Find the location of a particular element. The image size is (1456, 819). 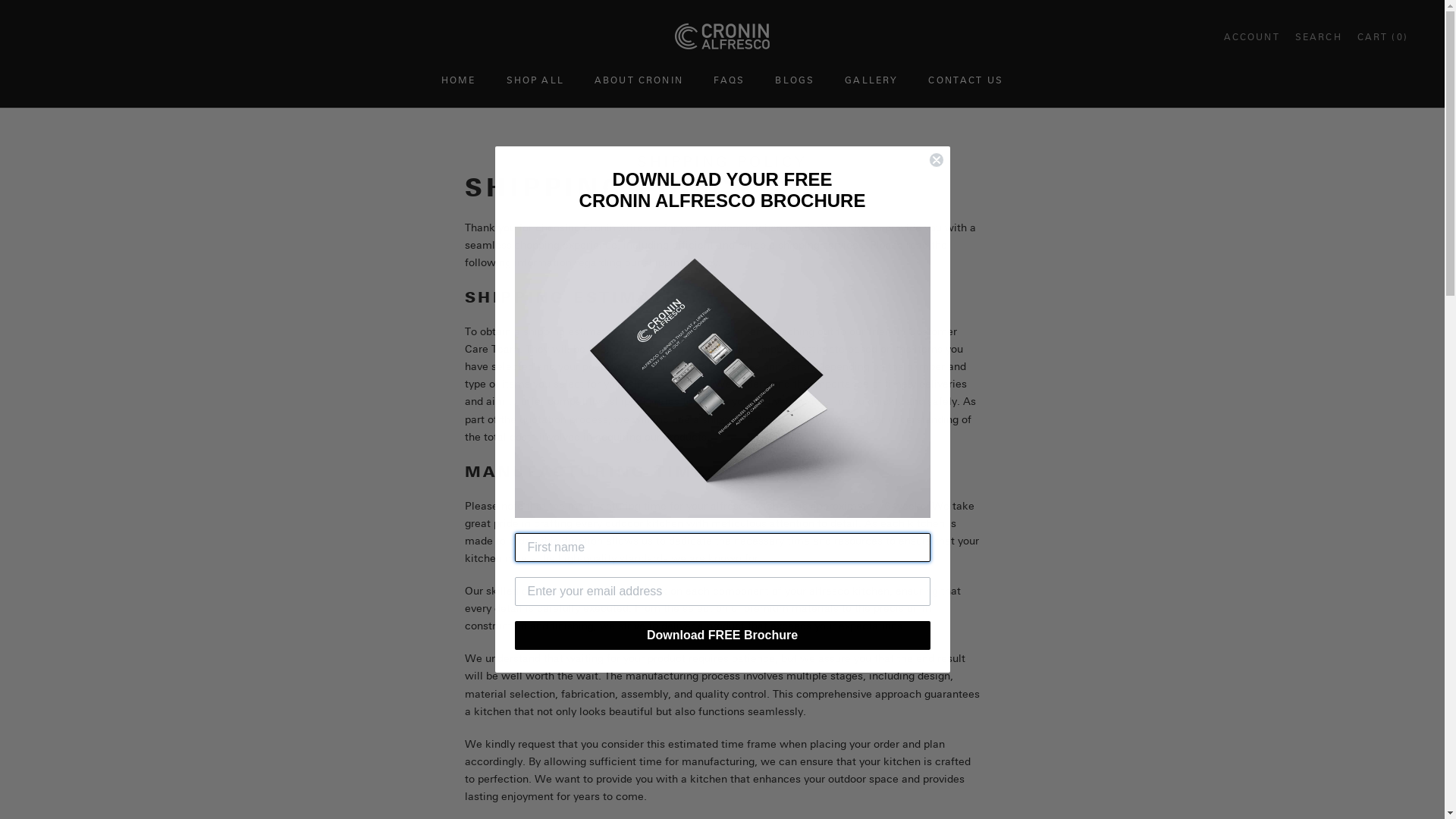

'FAQS' is located at coordinates (729, 81).